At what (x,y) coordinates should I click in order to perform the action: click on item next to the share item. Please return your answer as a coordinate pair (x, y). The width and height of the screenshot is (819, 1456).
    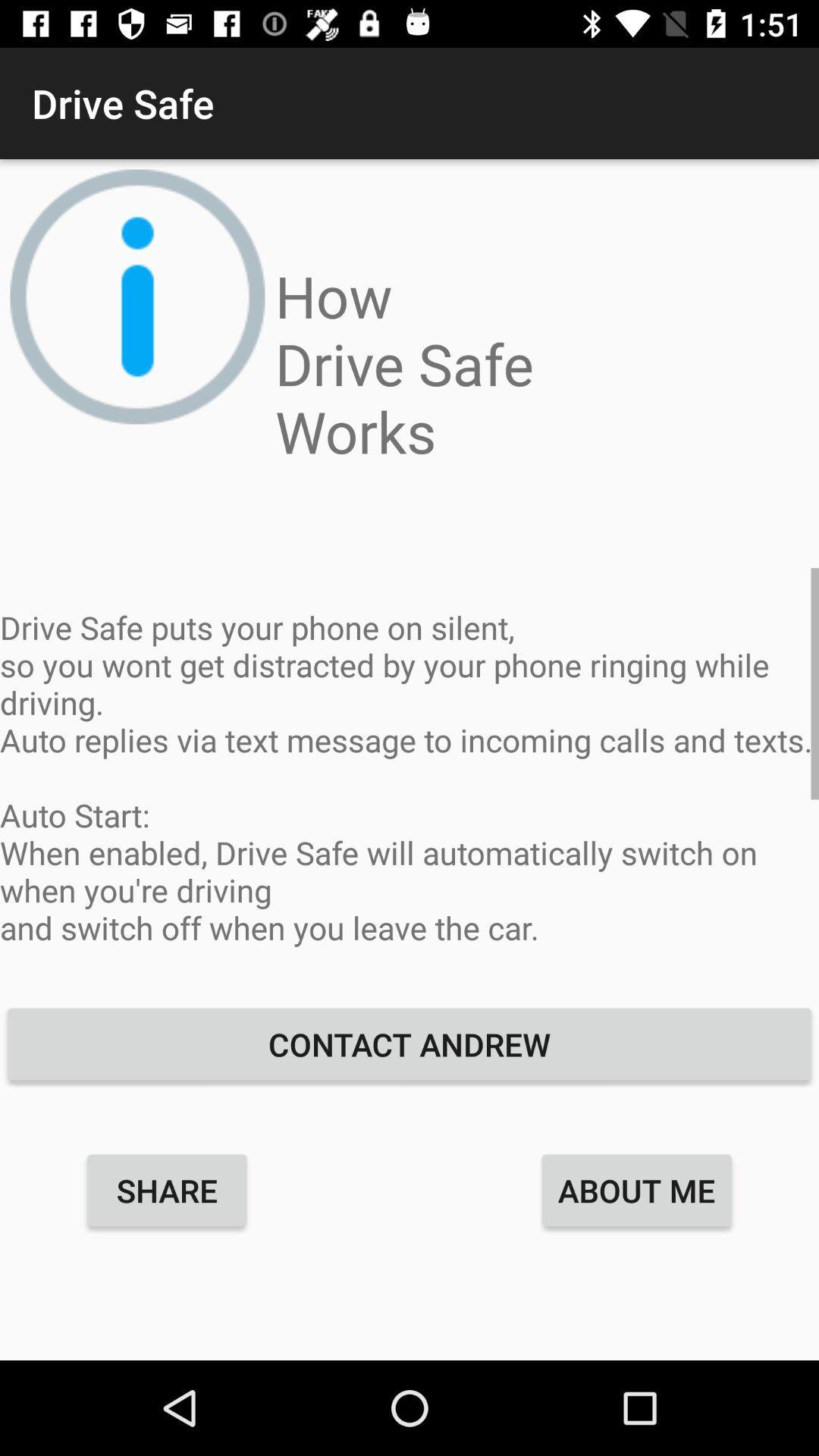
    Looking at the image, I should click on (636, 1189).